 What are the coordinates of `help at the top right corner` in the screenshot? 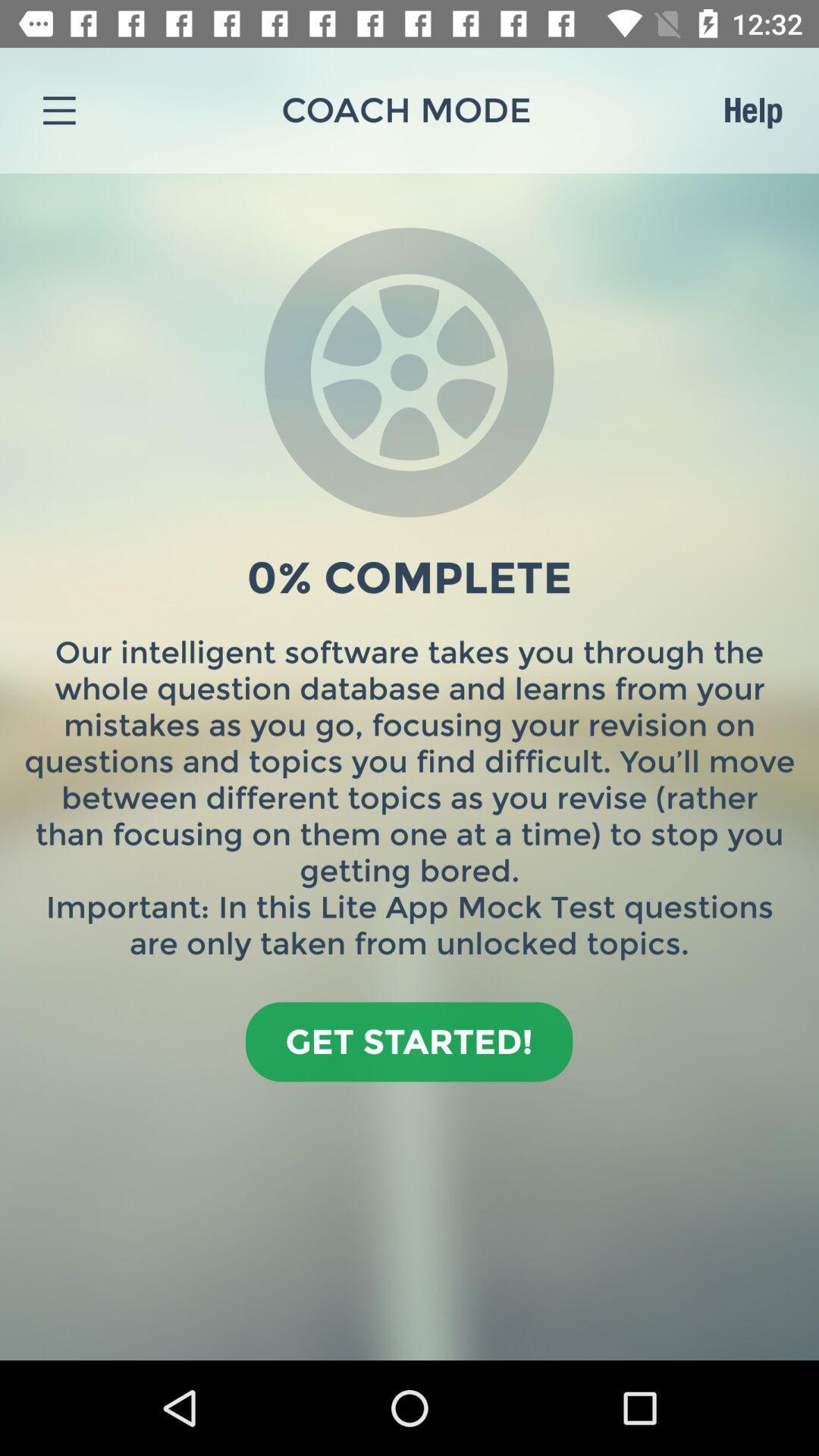 It's located at (752, 109).